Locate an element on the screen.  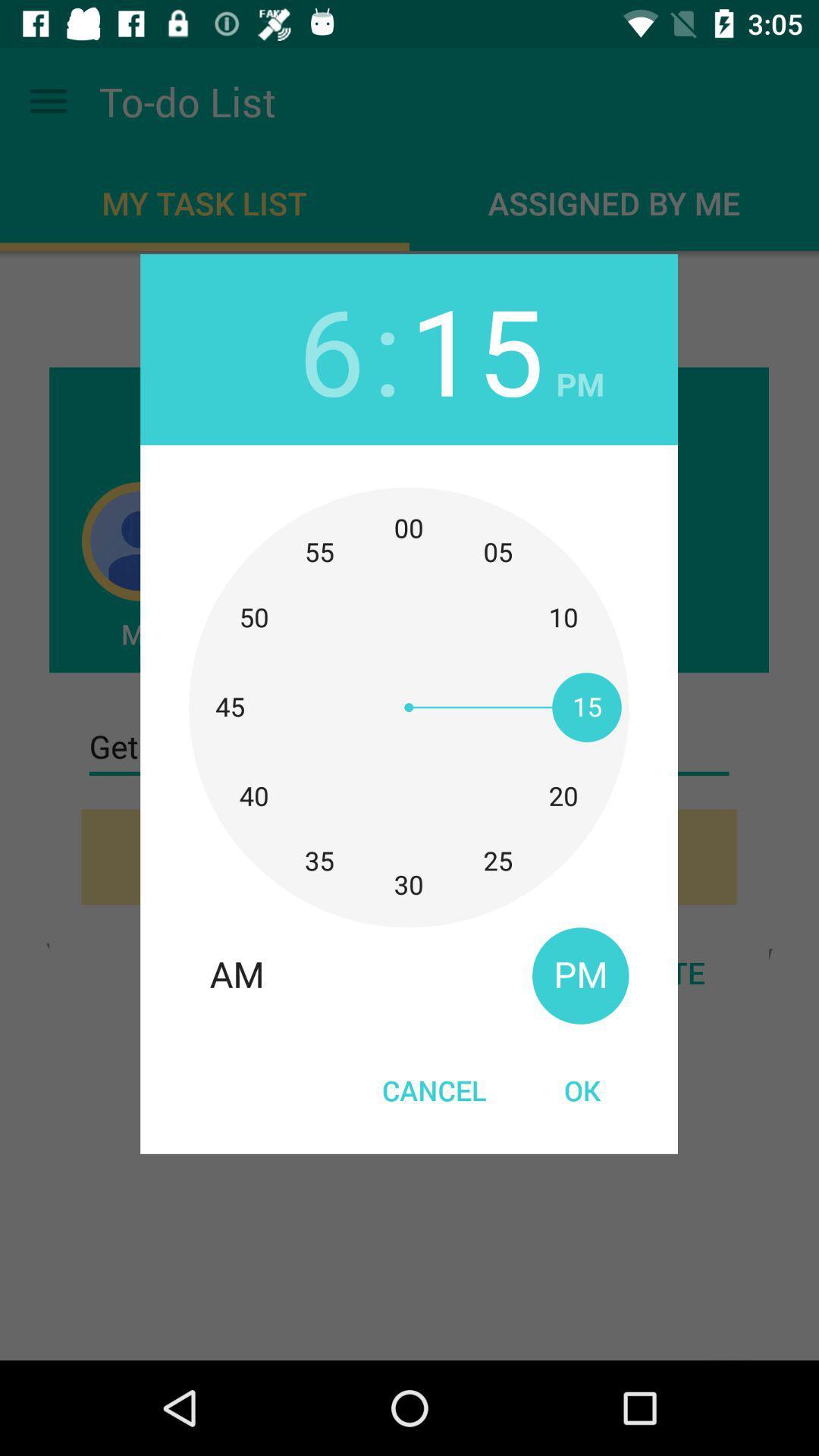
cancel icon is located at coordinates (435, 1089).